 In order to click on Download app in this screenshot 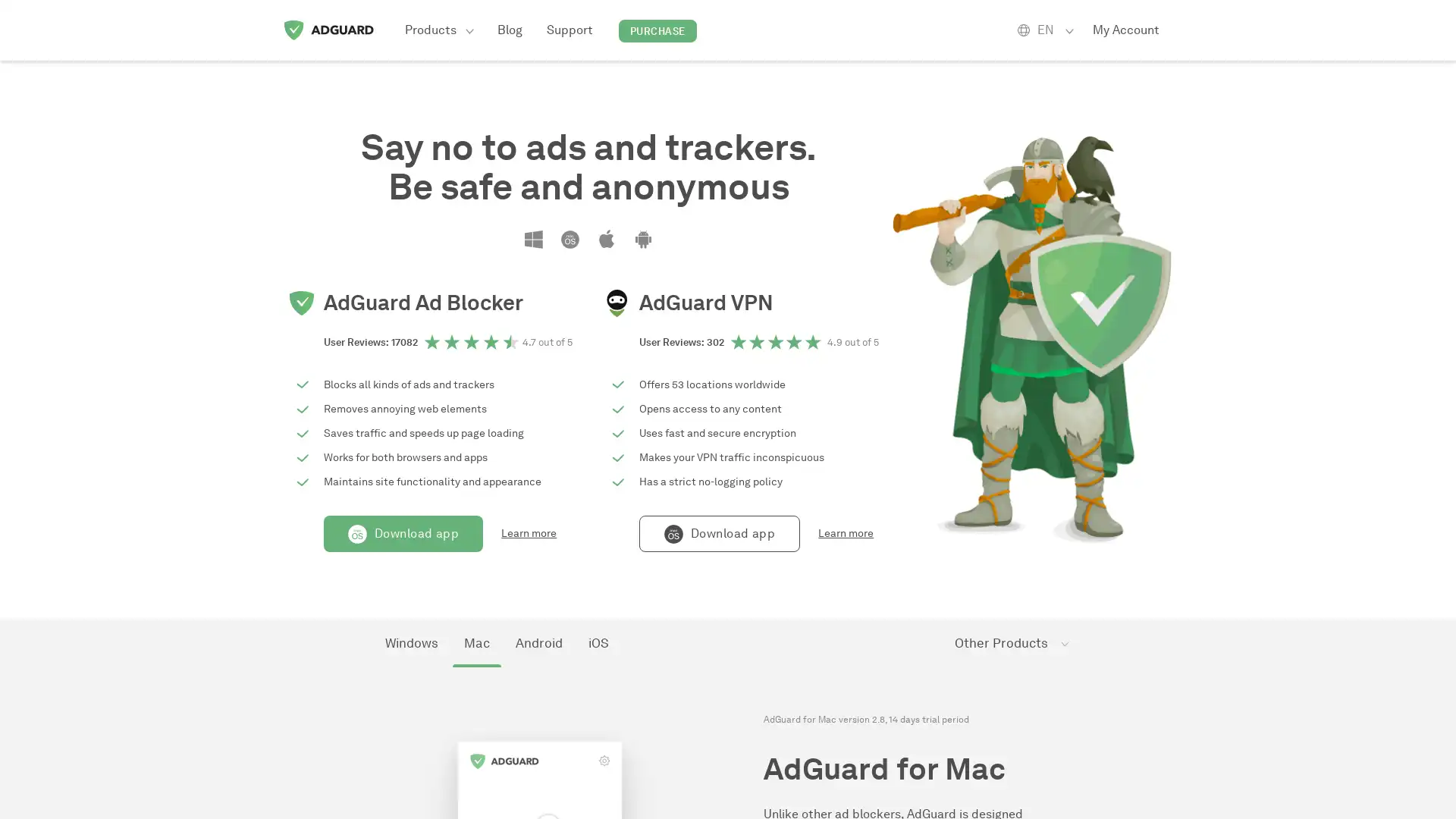, I will do `click(403, 533)`.